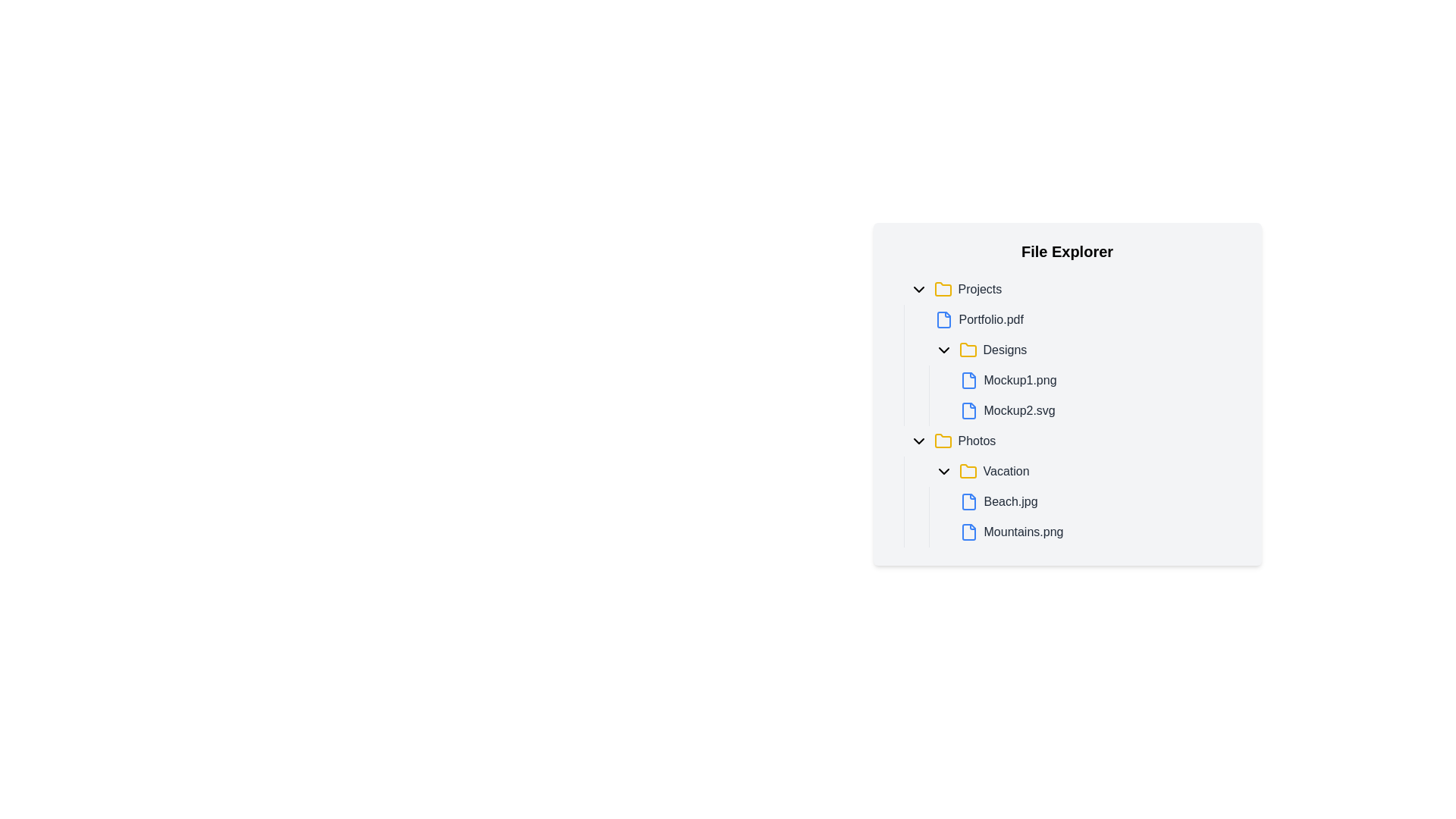 This screenshot has height=819, width=1456. Describe the element at coordinates (967, 470) in the screenshot. I see `the SVG-based icon representing the 'Vacation' folder in the 'File Explorer' interface` at that location.